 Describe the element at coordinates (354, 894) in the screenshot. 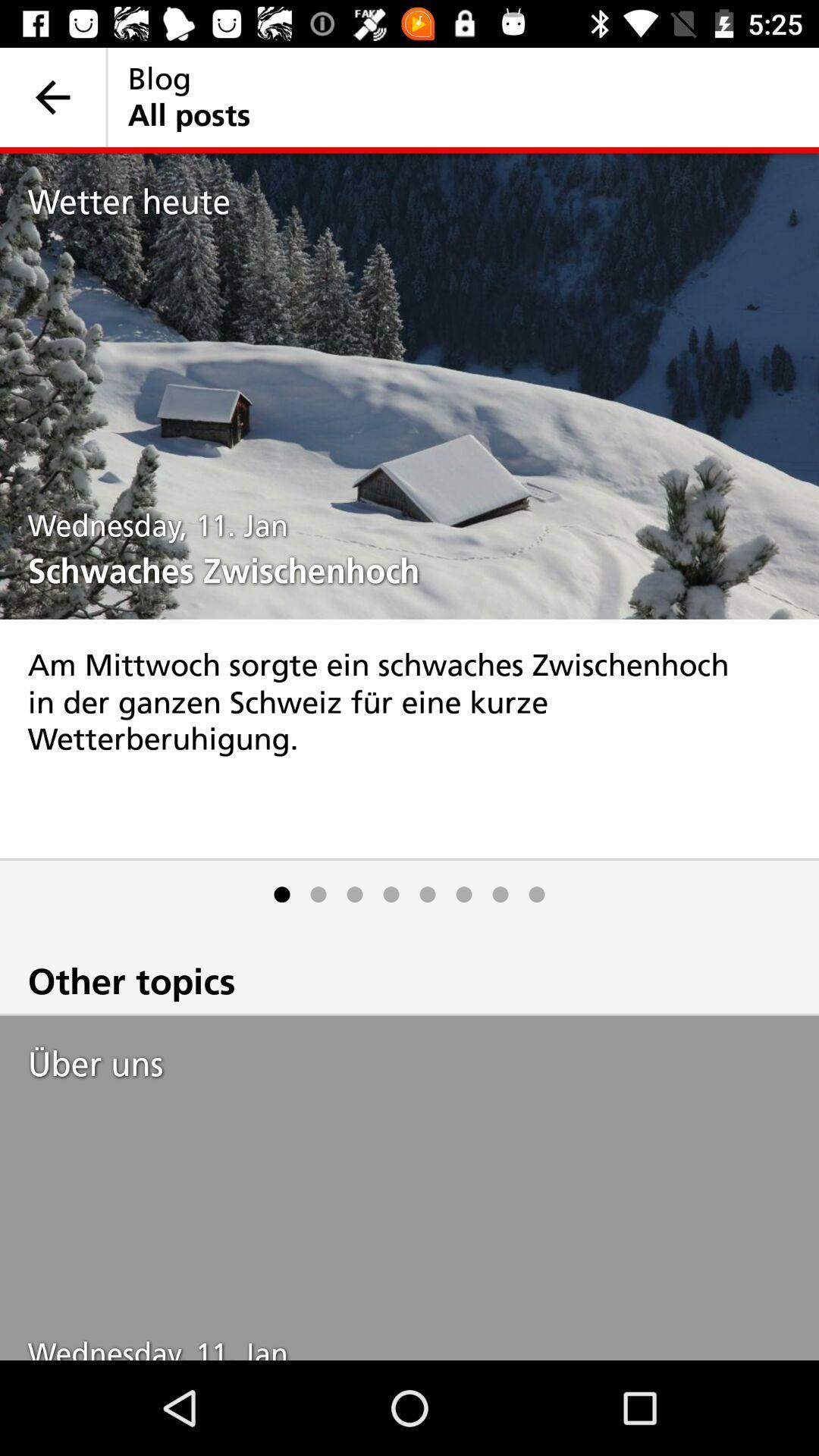

I see `icon above the other topics` at that location.